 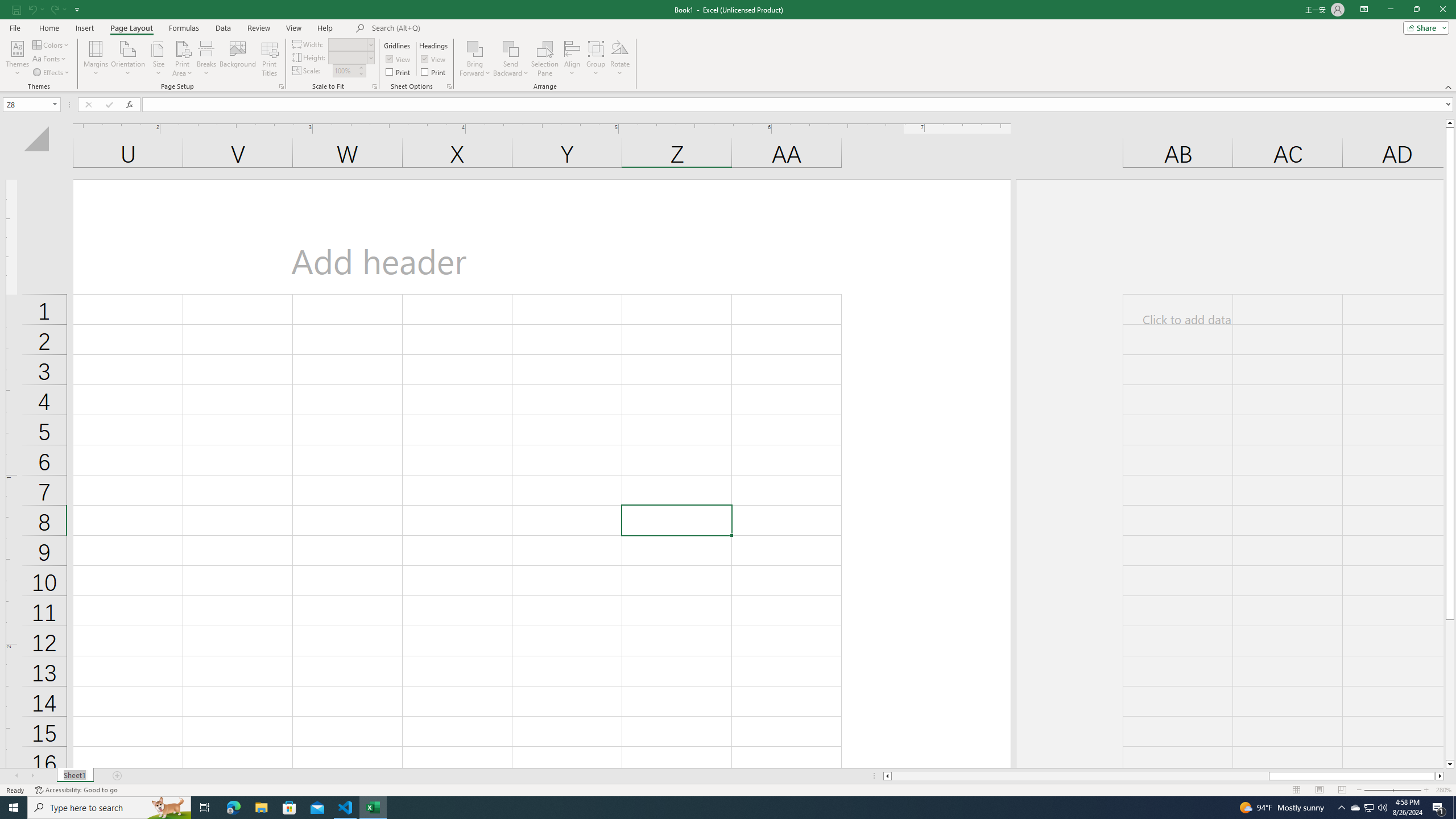 What do you see at coordinates (268, 59) in the screenshot?
I see `'Print Titles'` at bounding box center [268, 59].